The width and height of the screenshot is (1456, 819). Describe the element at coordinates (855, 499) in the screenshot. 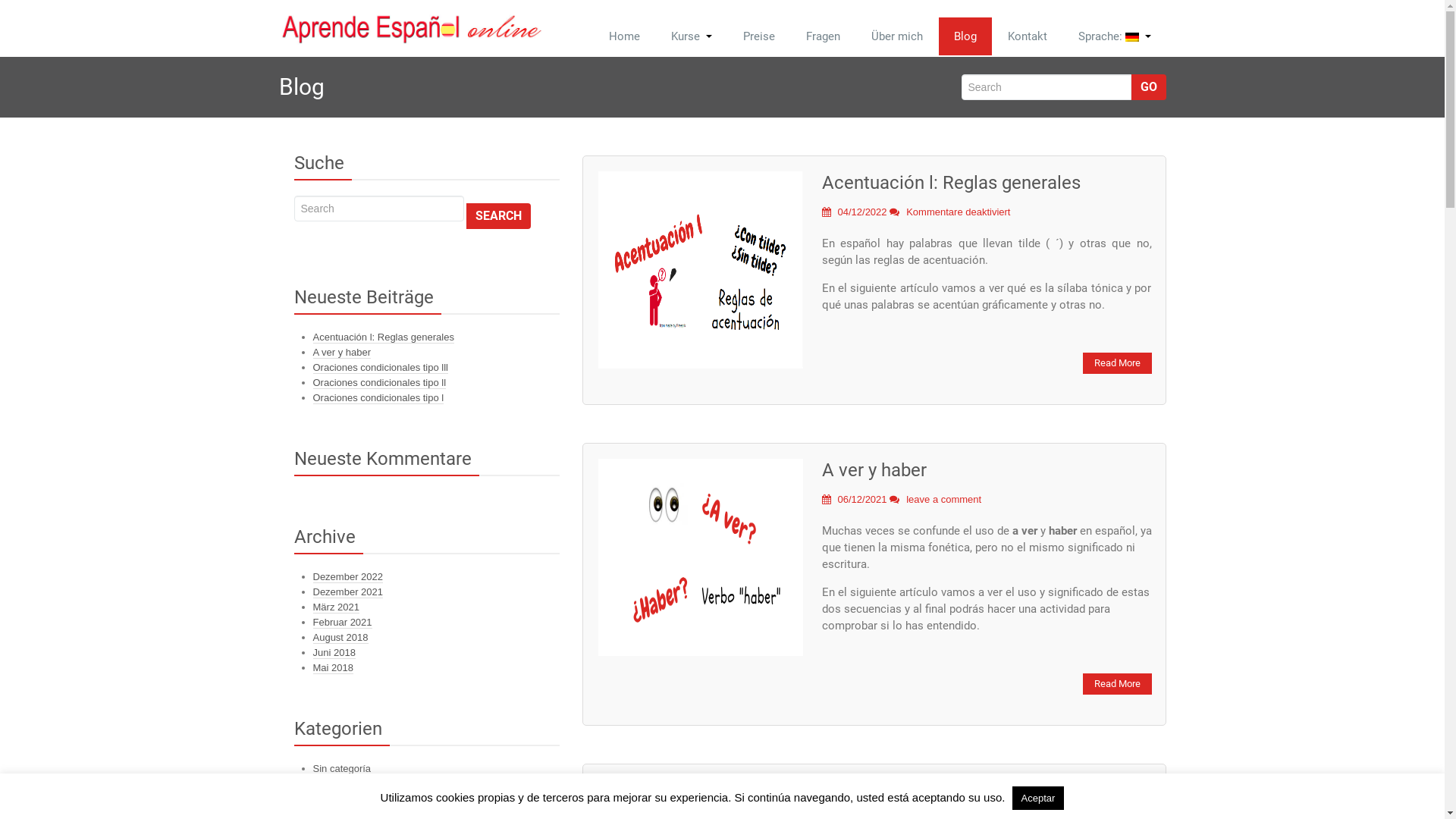

I see `'06/12/2021'` at that location.